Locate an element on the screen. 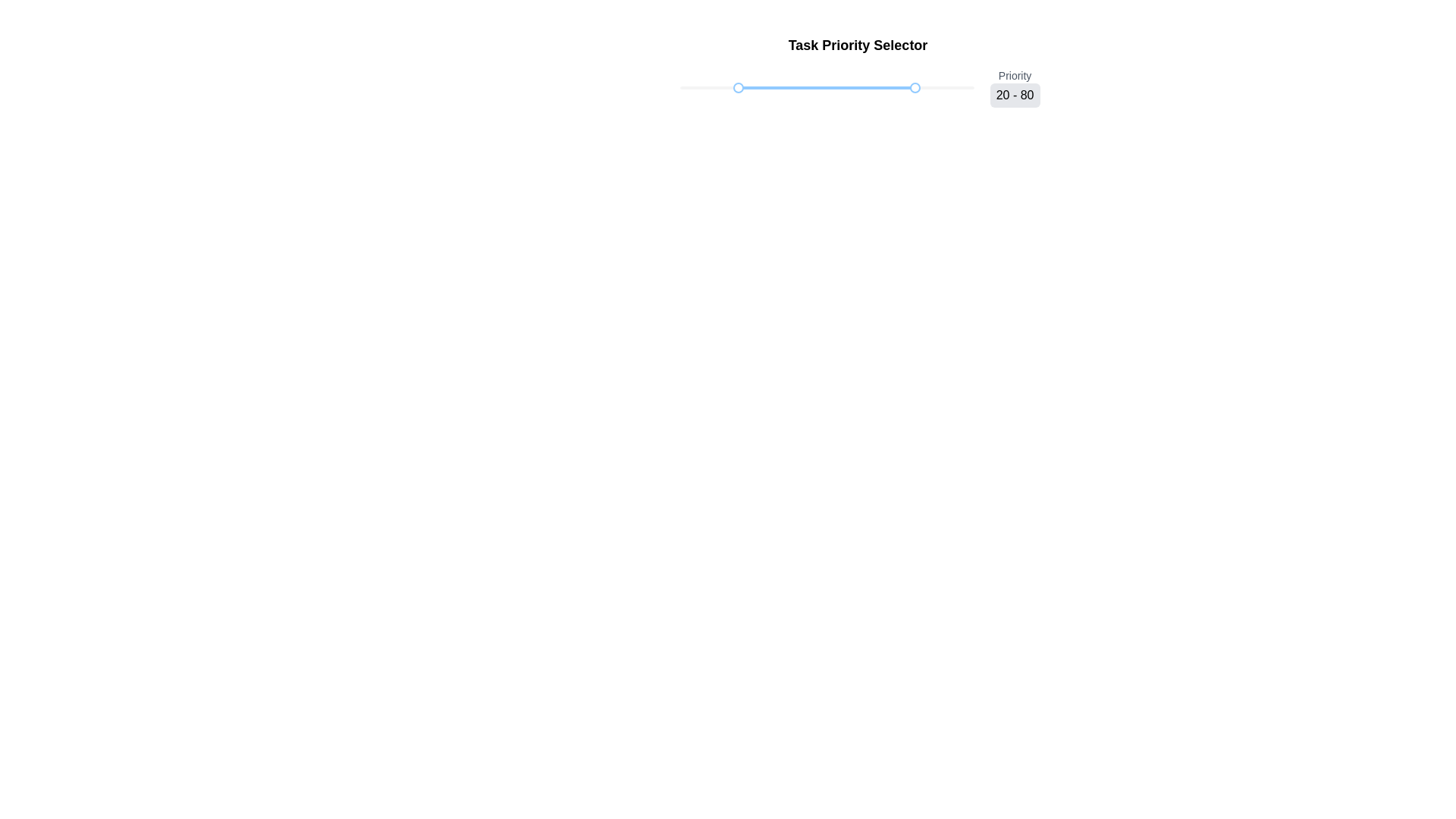 This screenshot has height=819, width=1456. the filled track portion of the slider component, which visually represents the range between the two handles, from 20% to 80% is located at coordinates (826, 87).